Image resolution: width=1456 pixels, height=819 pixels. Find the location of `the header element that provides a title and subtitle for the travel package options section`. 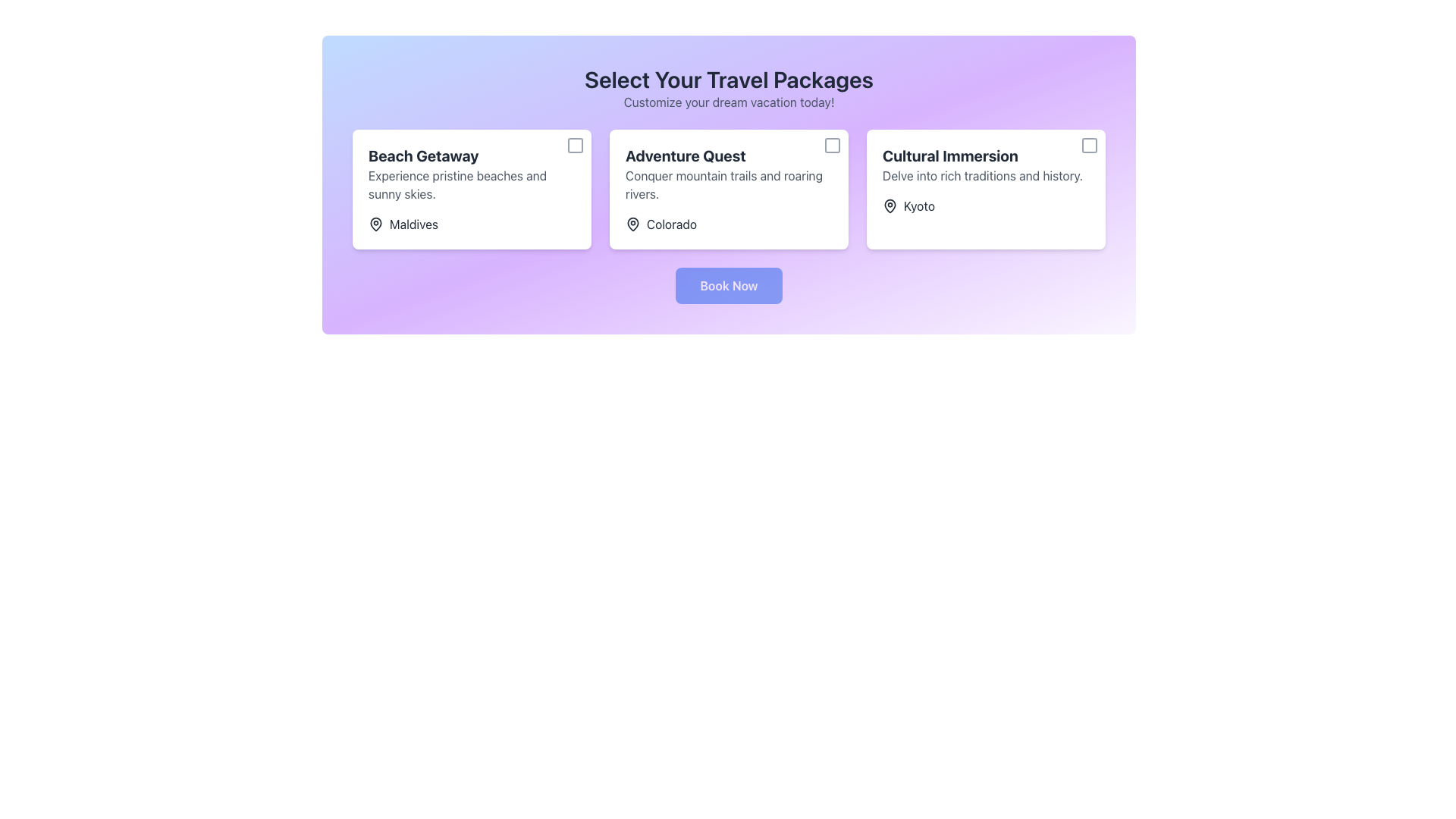

the header element that provides a title and subtitle for the travel package options section is located at coordinates (729, 88).